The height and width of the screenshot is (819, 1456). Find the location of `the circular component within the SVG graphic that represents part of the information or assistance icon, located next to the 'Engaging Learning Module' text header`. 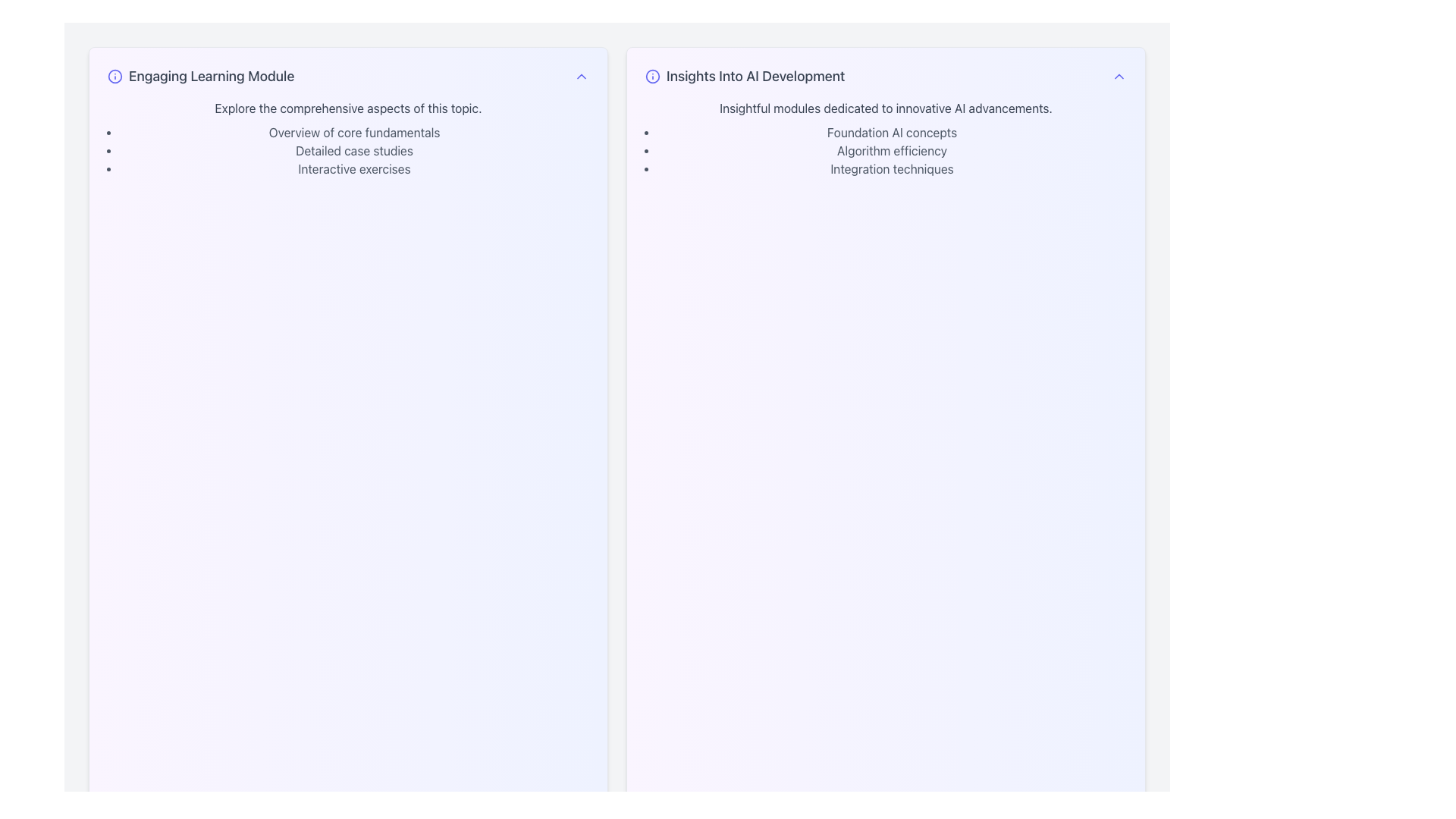

the circular component within the SVG graphic that represents part of the information or assistance icon, located next to the 'Engaging Learning Module' text header is located at coordinates (652, 76).